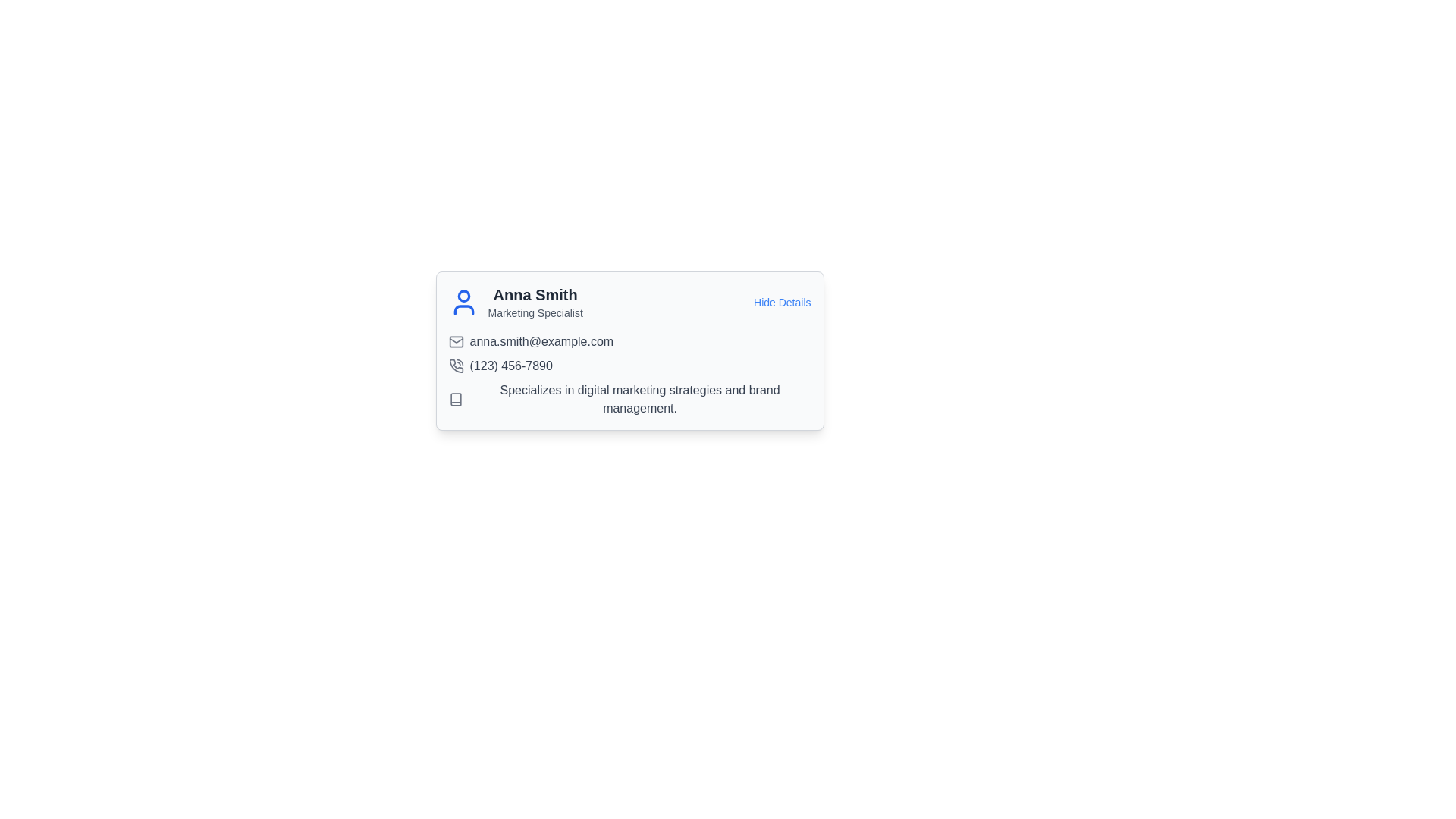 This screenshot has height=819, width=1456. Describe the element at coordinates (640, 399) in the screenshot. I see `the text element that contains 'Specializes in digital marketing strategies and brand management.' which is styled in gray and positioned beneath the contact information for 'Anna Smith'` at that location.